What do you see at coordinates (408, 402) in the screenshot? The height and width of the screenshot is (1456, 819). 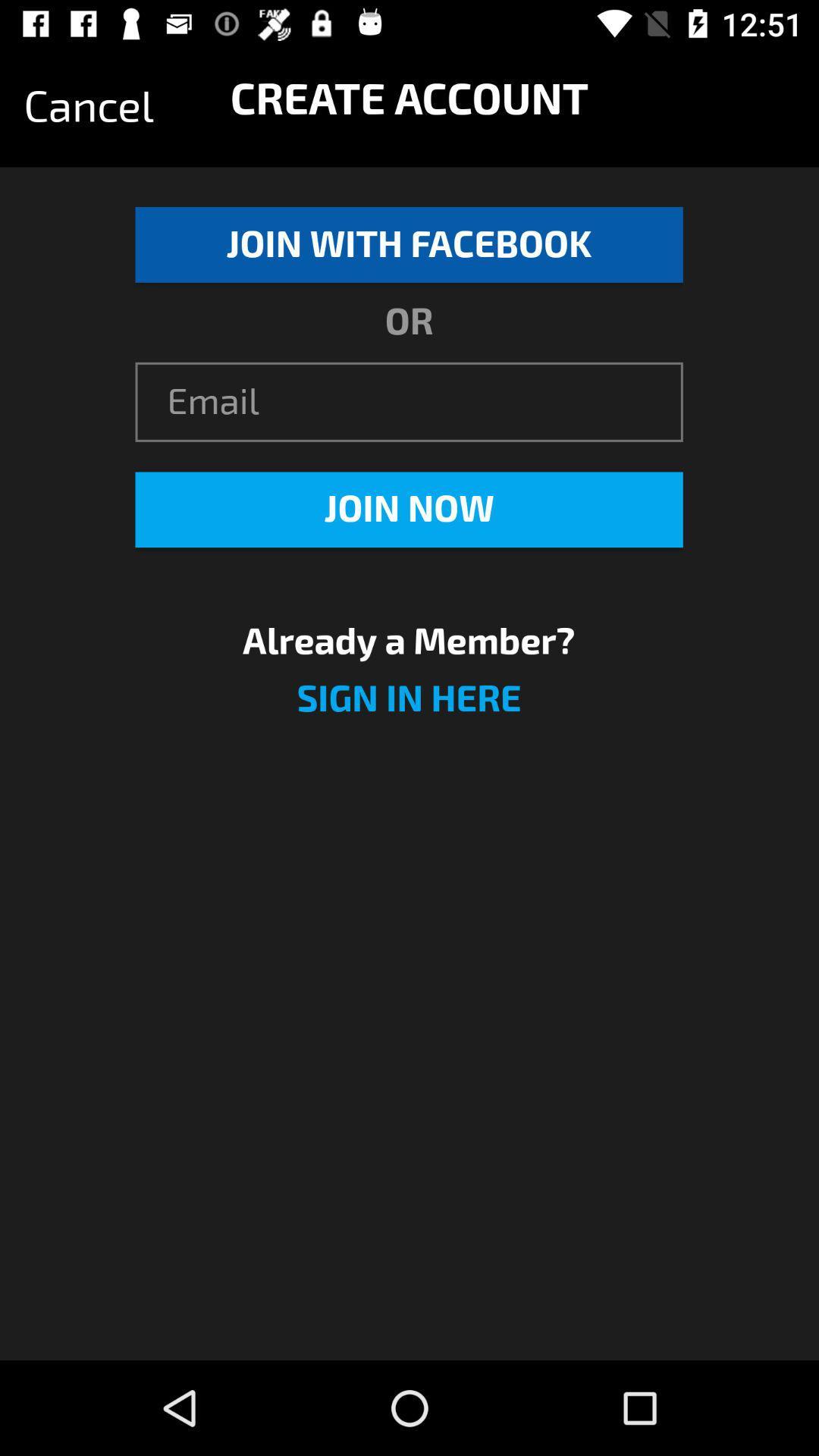 I see `the item above join now` at bounding box center [408, 402].